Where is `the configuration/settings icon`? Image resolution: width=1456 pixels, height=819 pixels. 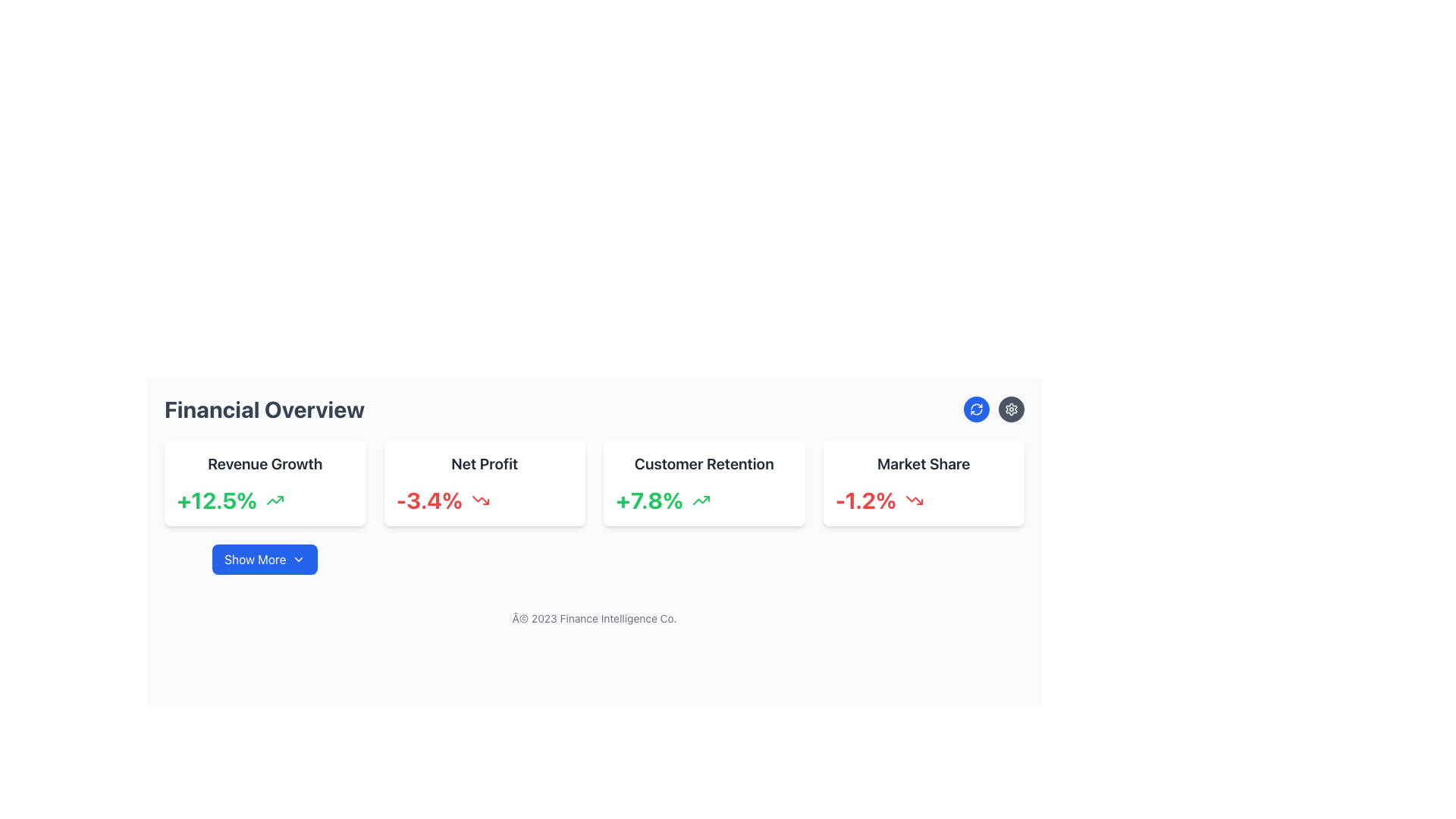 the configuration/settings icon is located at coordinates (1012, 409).